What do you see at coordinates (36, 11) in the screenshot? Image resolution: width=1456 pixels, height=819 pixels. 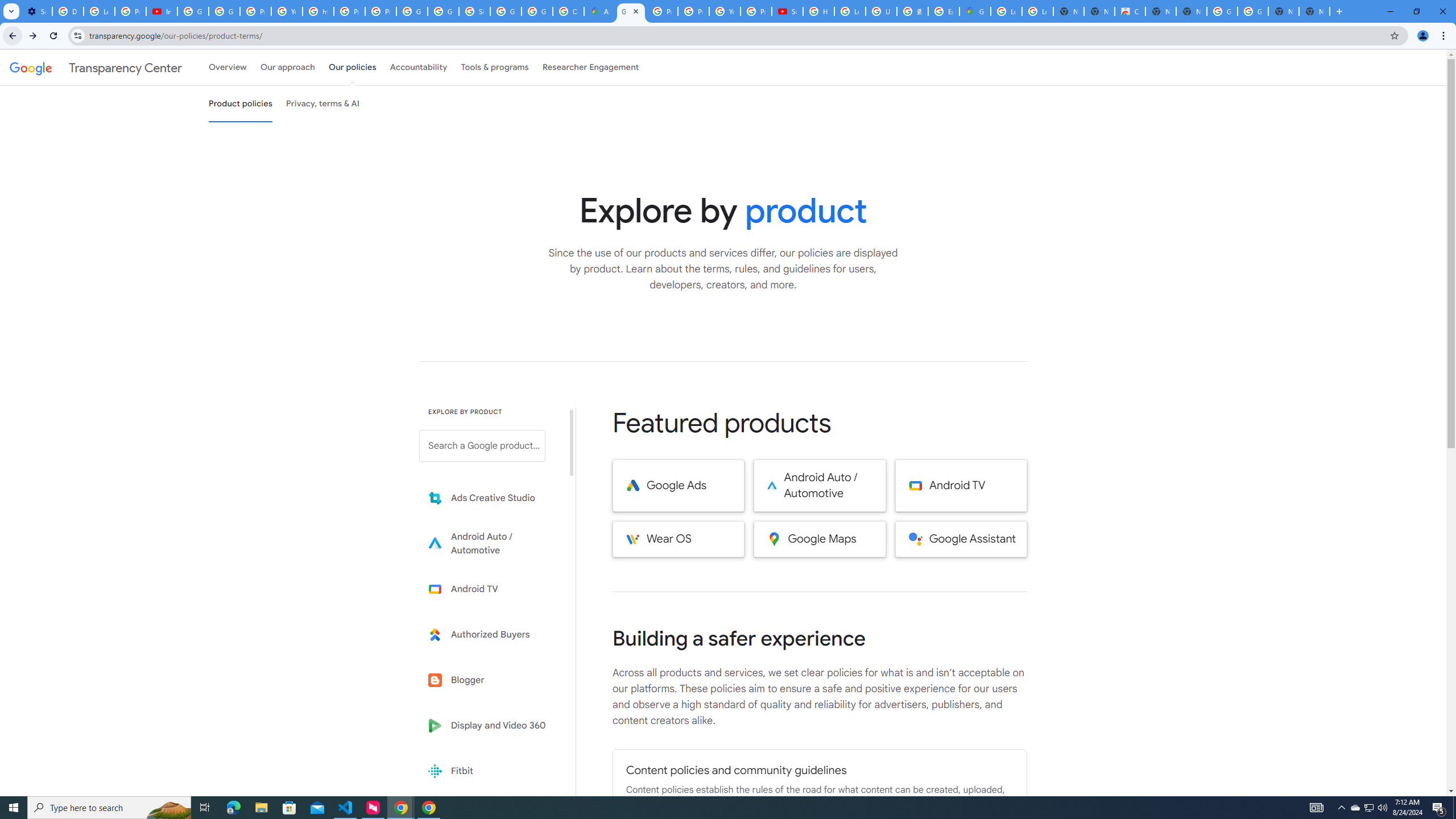 I see `'Settings - Performance'` at bounding box center [36, 11].